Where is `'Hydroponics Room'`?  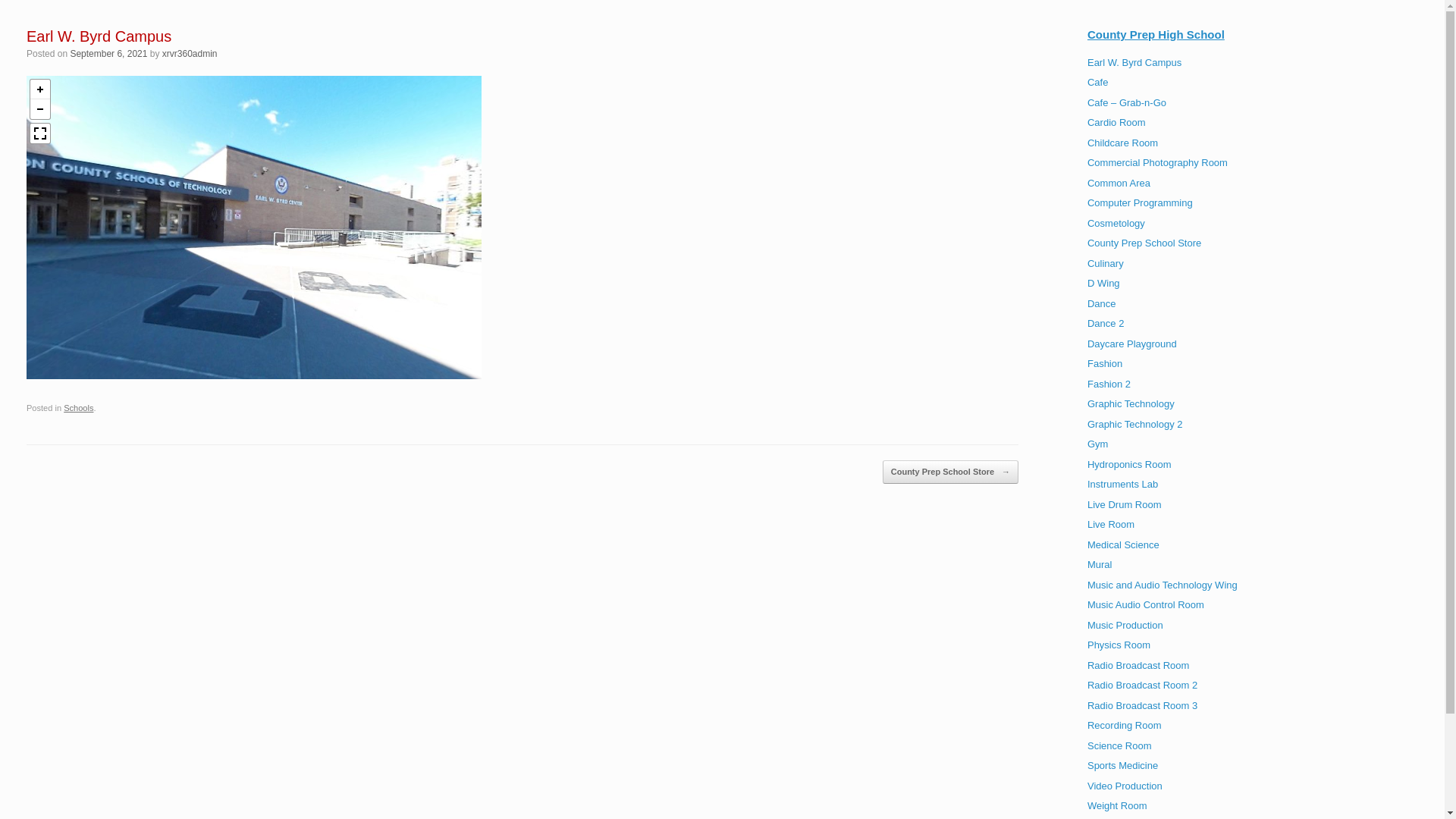 'Hydroponics Room' is located at coordinates (1129, 463).